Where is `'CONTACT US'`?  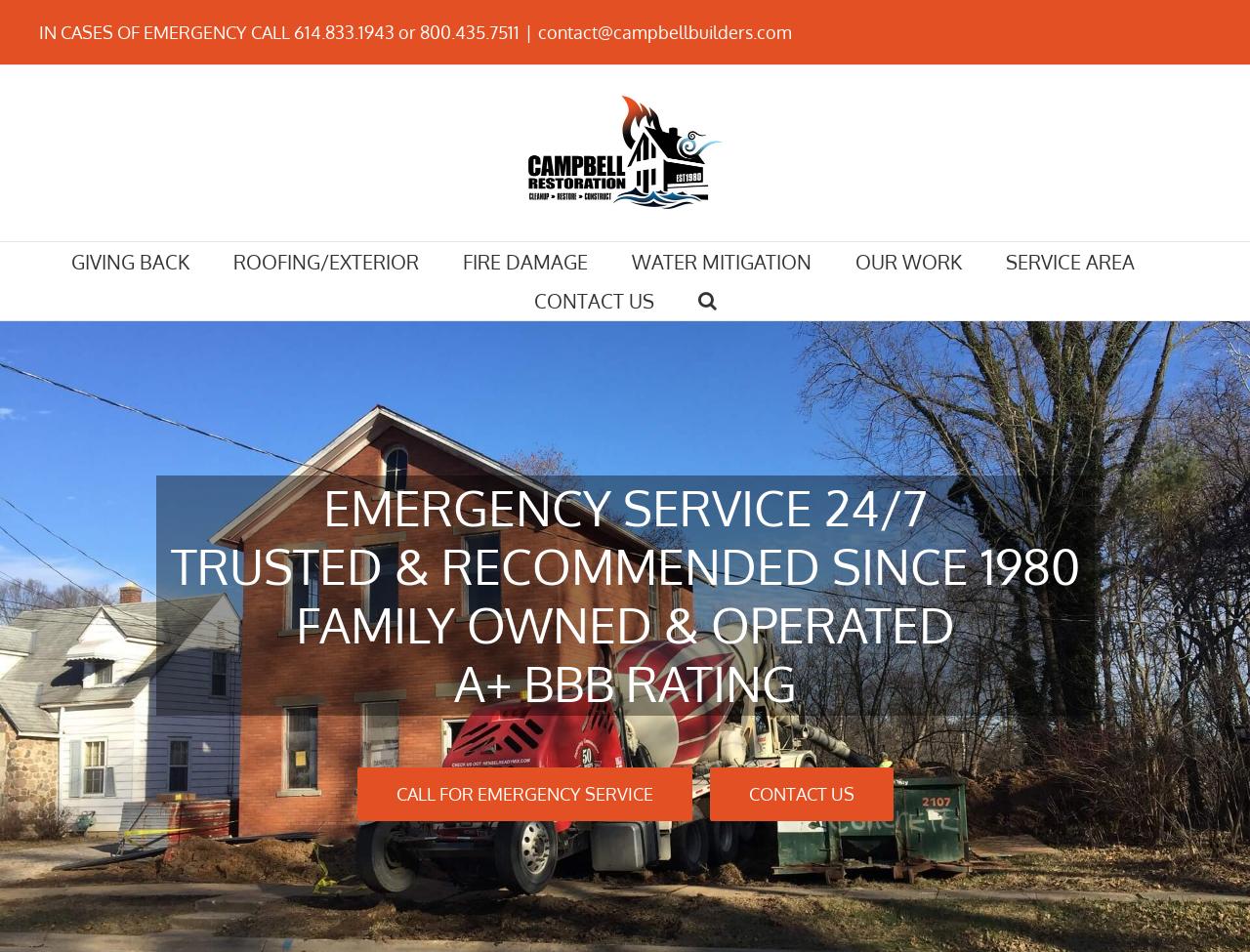
'CONTACT US' is located at coordinates (533, 299).